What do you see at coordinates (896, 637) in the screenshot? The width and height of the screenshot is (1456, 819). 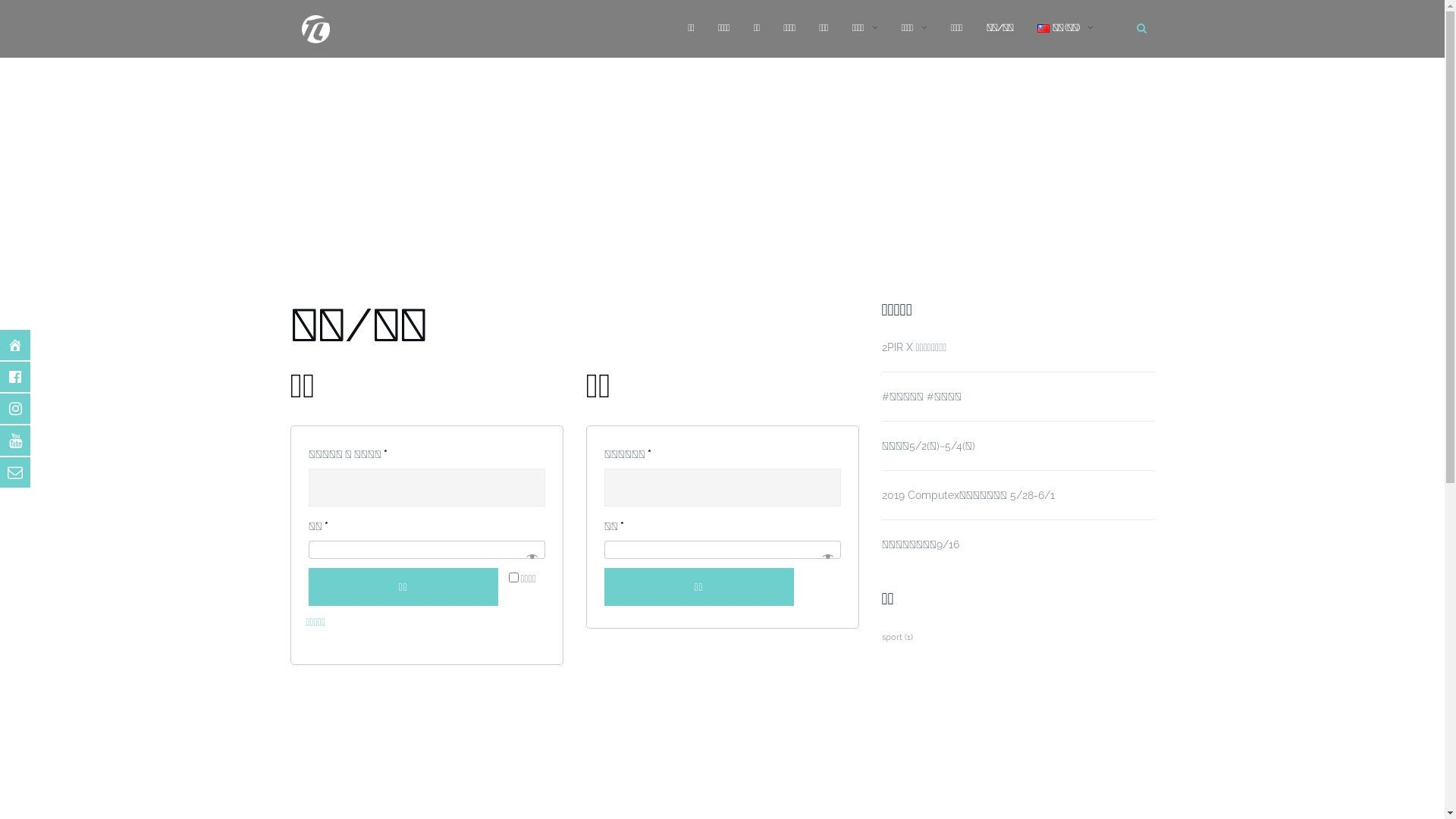 I see `'sport (1)'` at bounding box center [896, 637].